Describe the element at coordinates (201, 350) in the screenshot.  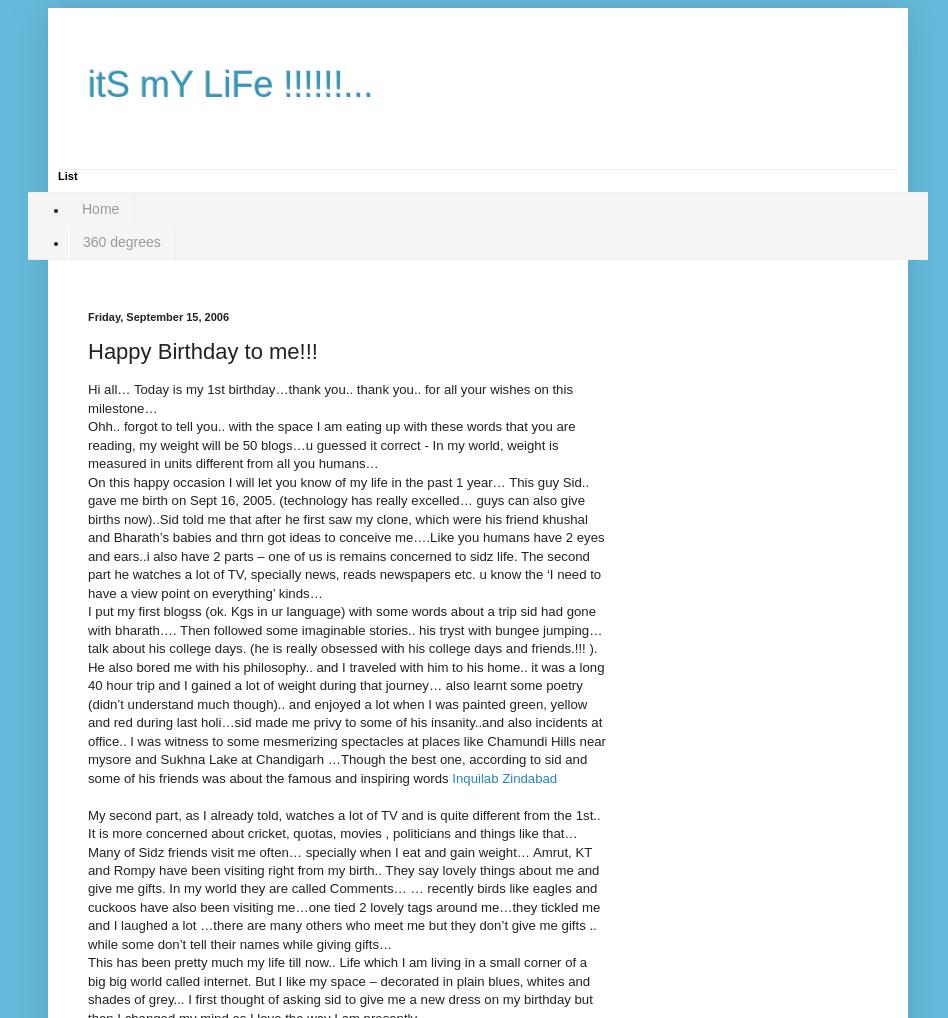
I see `'Happy Birthday to me!!!'` at that location.